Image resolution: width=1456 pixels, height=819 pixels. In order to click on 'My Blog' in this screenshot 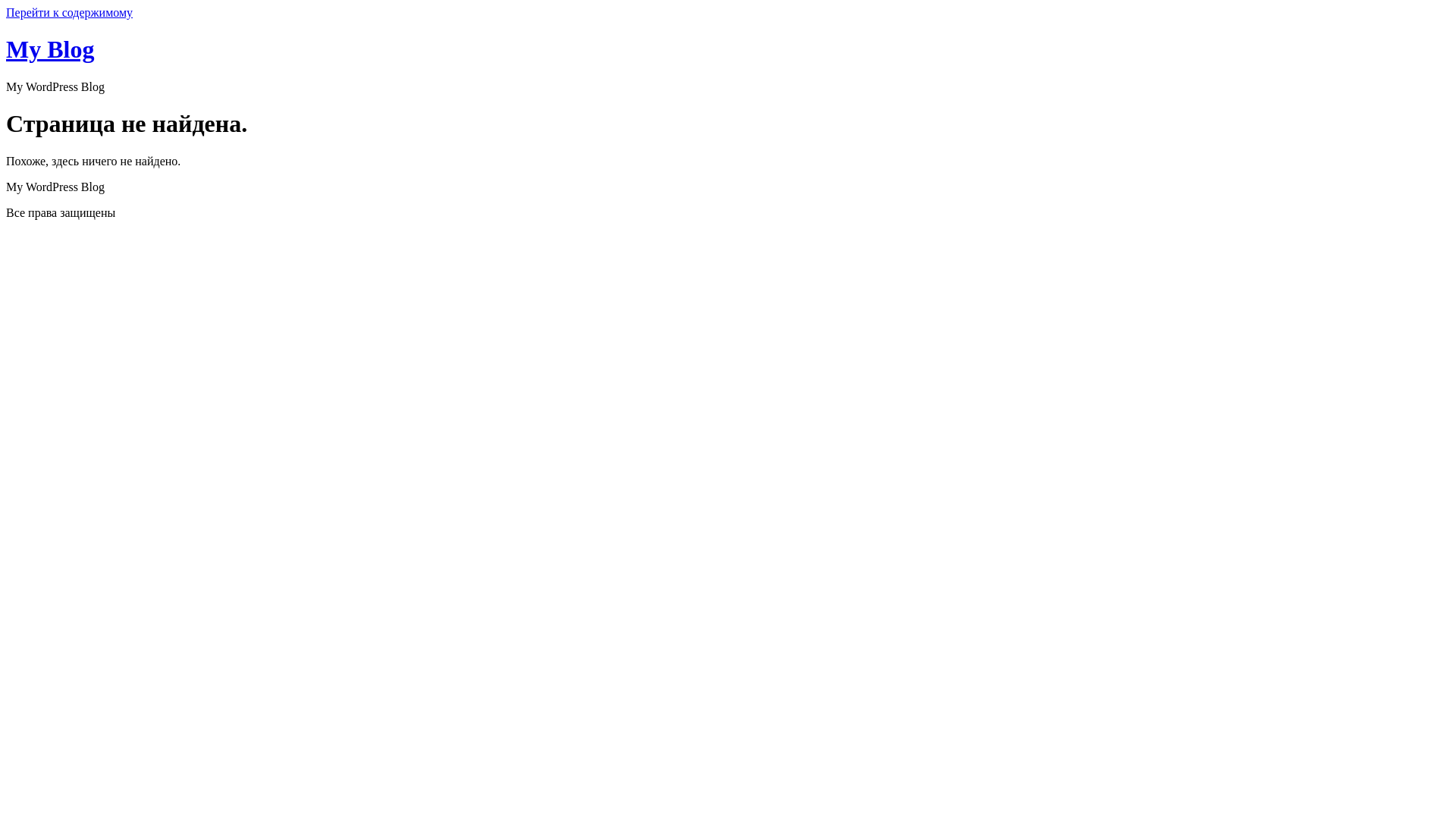, I will do `click(50, 49)`.